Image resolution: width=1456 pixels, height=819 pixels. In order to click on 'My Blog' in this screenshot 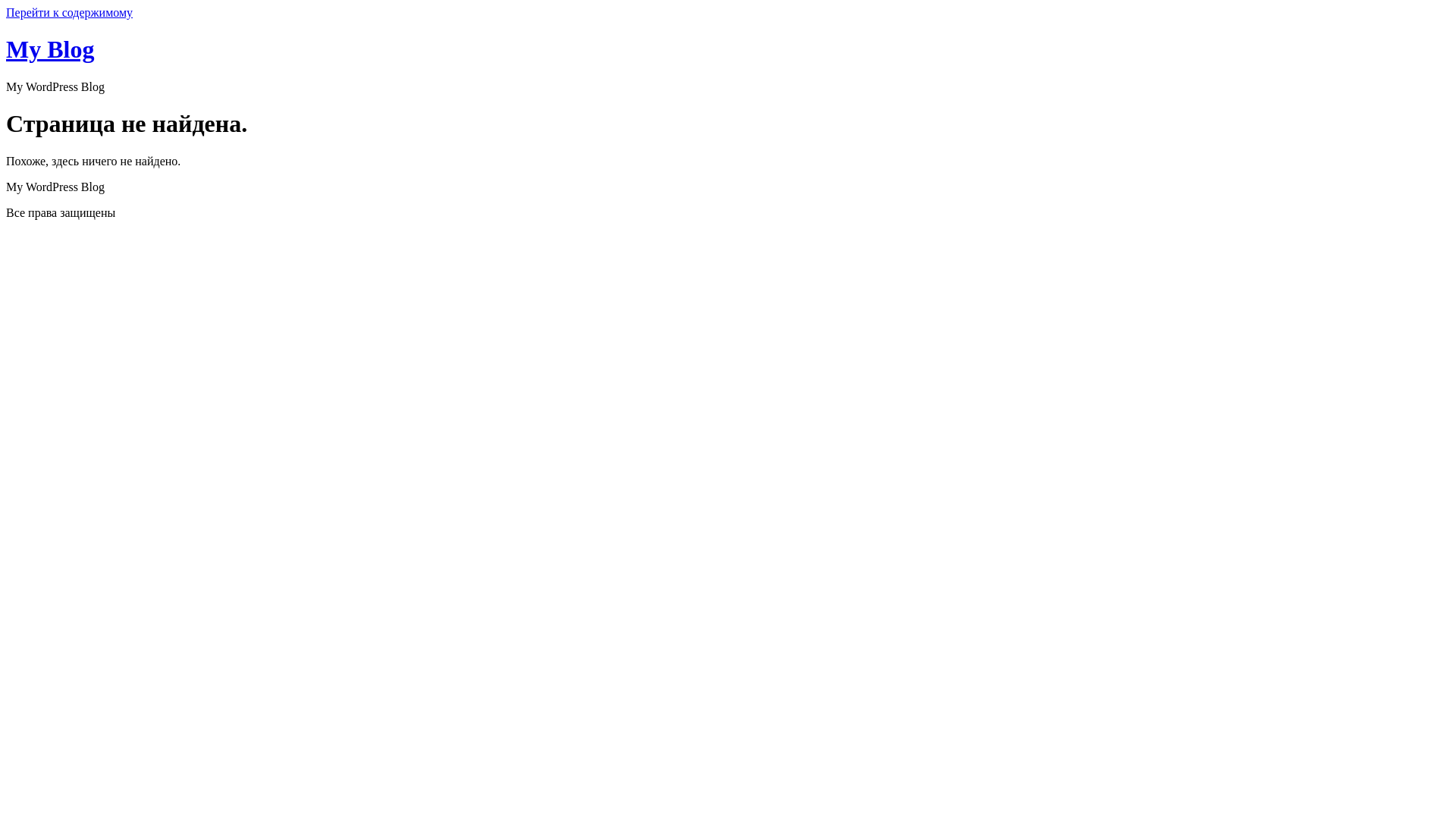, I will do `click(50, 49)`.